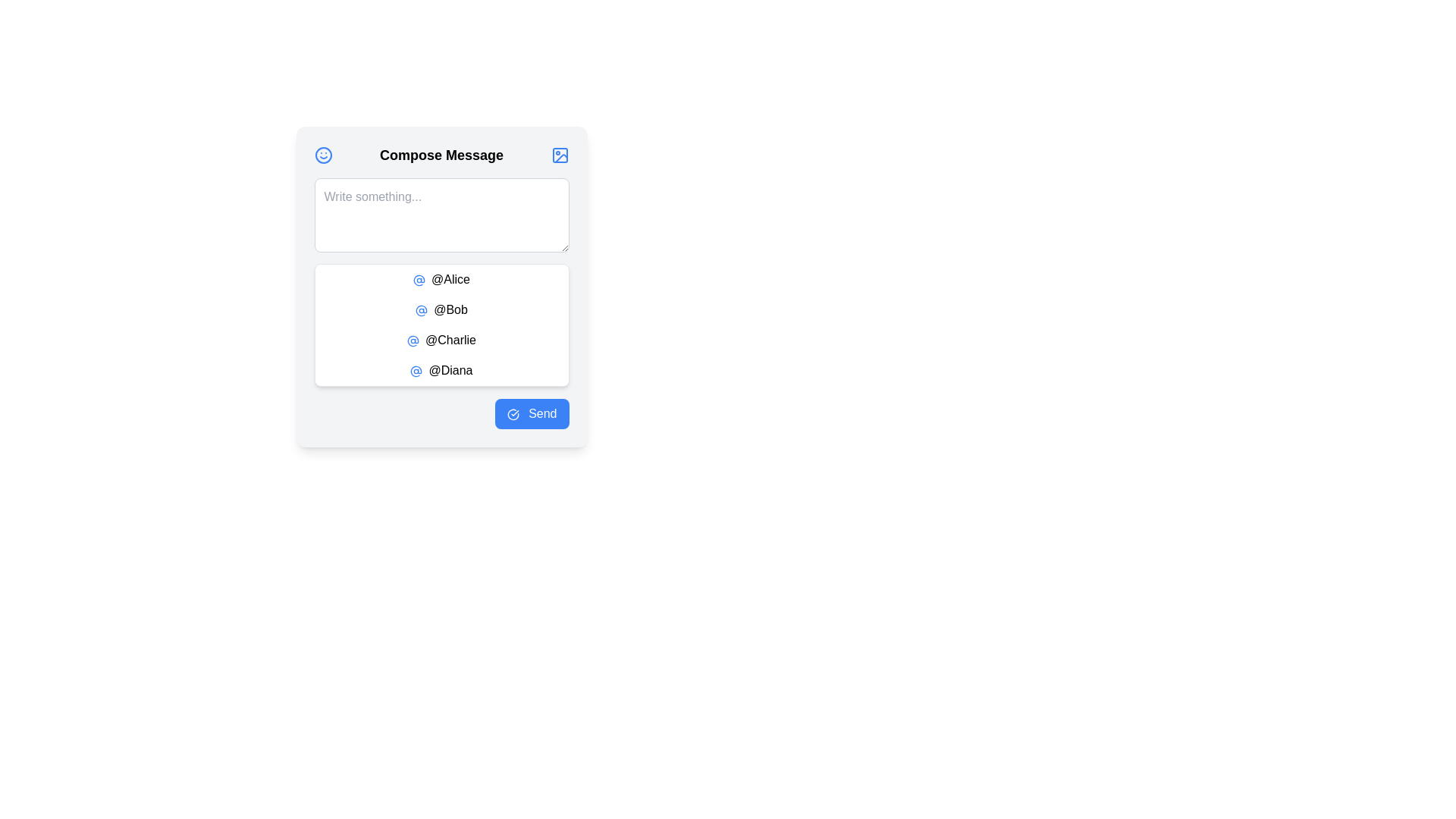  I want to click on the '@' icon associated with the username '@Charlie' in the user mention picker interface, so click(413, 340).